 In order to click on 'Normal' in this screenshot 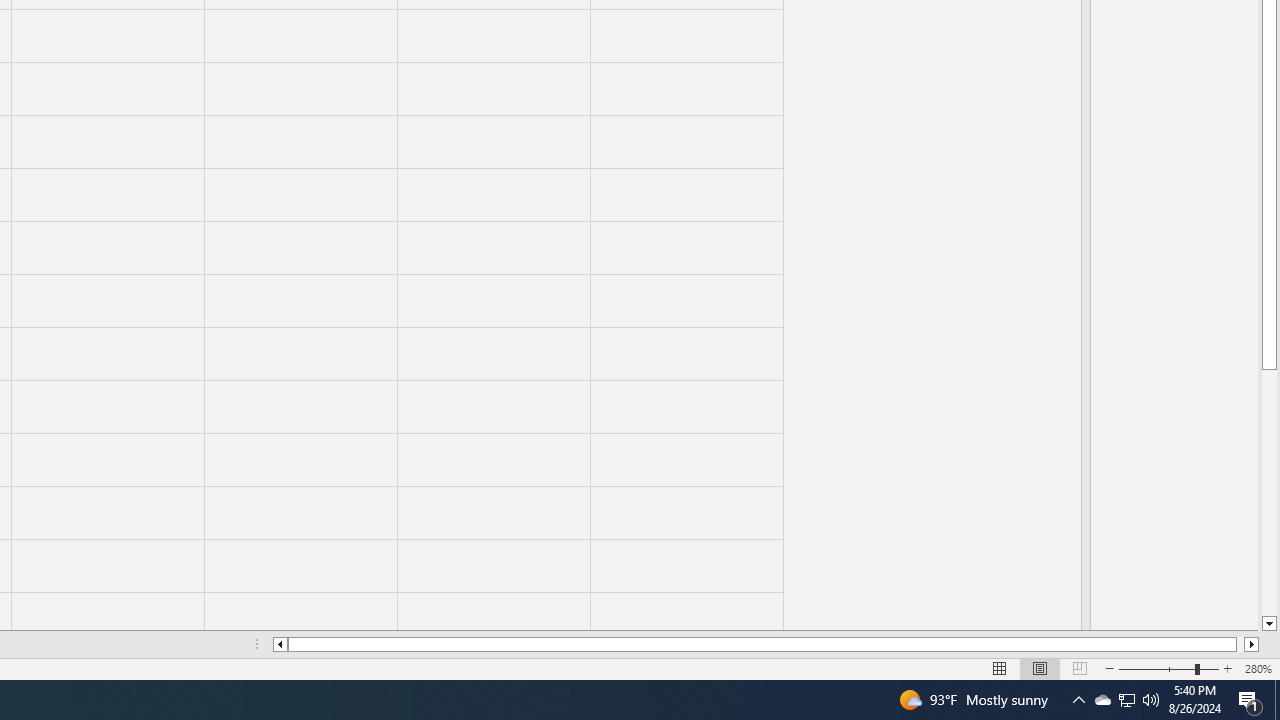, I will do `click(1000, 669)`.